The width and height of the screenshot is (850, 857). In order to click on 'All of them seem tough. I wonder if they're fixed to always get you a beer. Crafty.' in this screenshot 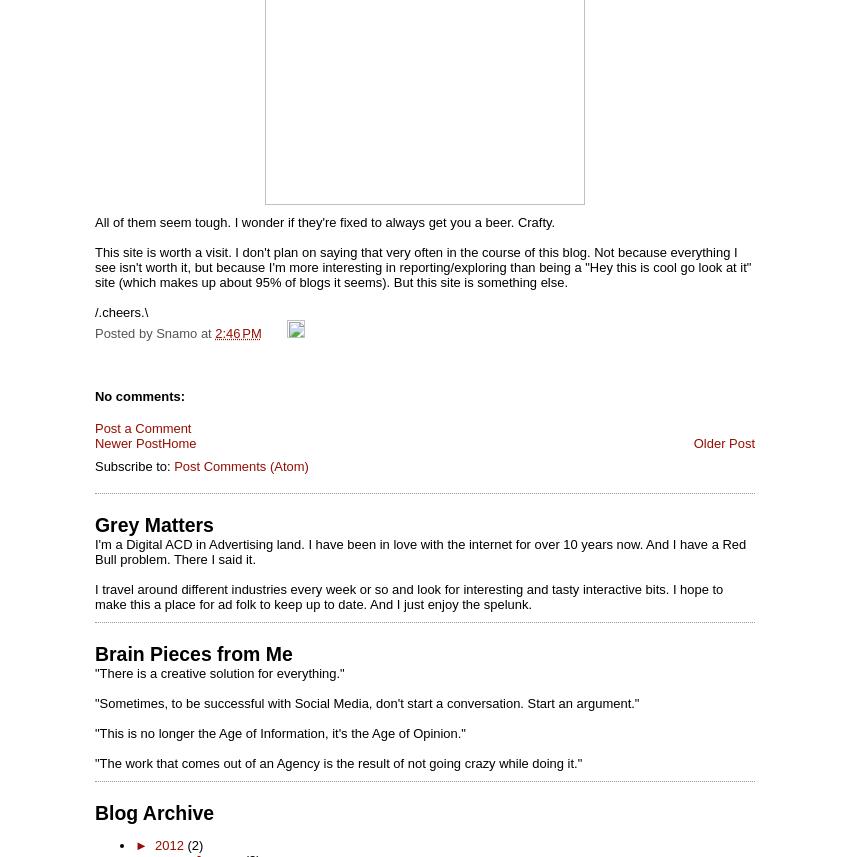, I will do `click(325, 221)`.